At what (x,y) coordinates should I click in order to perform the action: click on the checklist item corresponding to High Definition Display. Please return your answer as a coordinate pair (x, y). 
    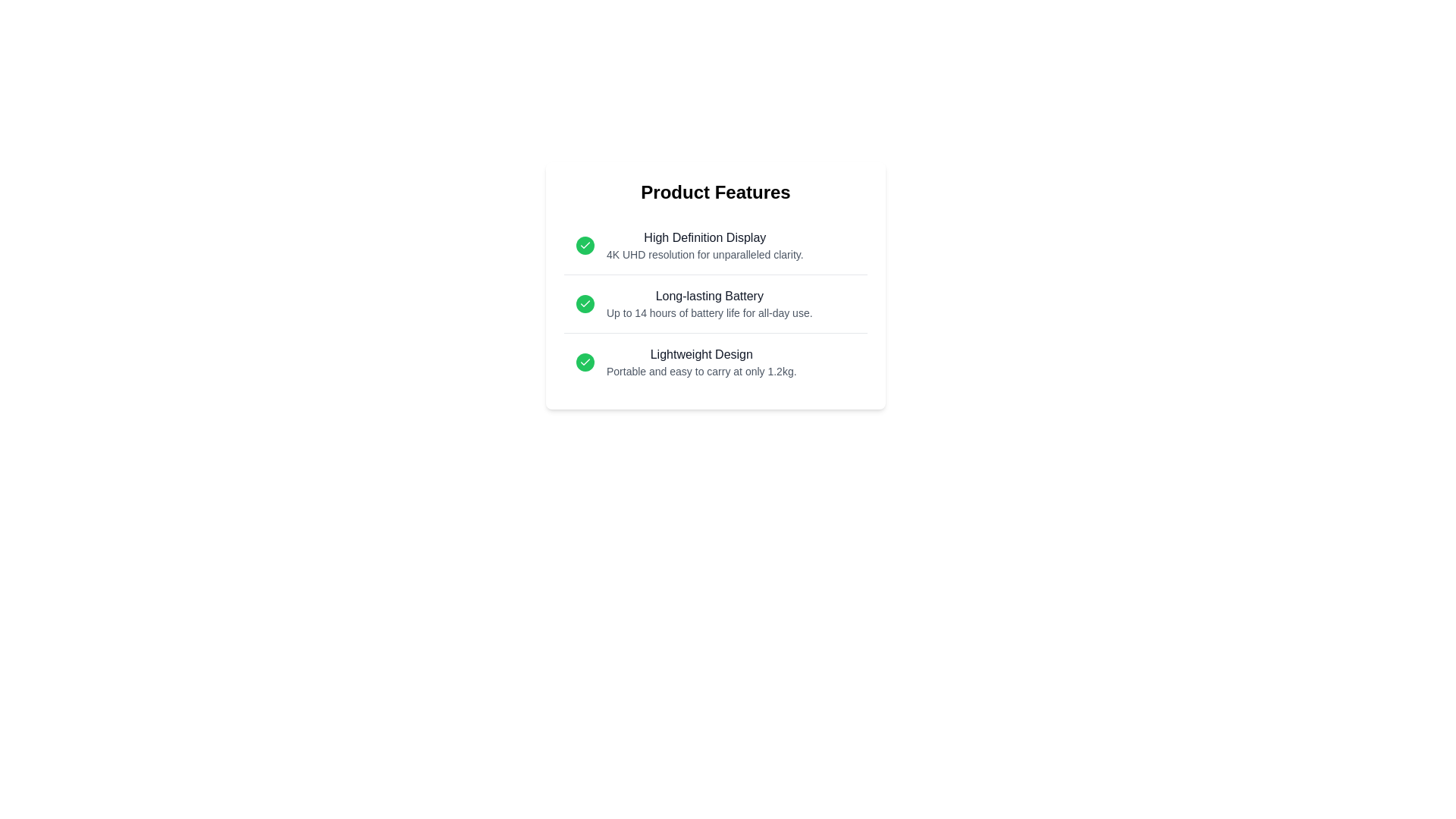
    Looking at the image, I should click on (715, 245).